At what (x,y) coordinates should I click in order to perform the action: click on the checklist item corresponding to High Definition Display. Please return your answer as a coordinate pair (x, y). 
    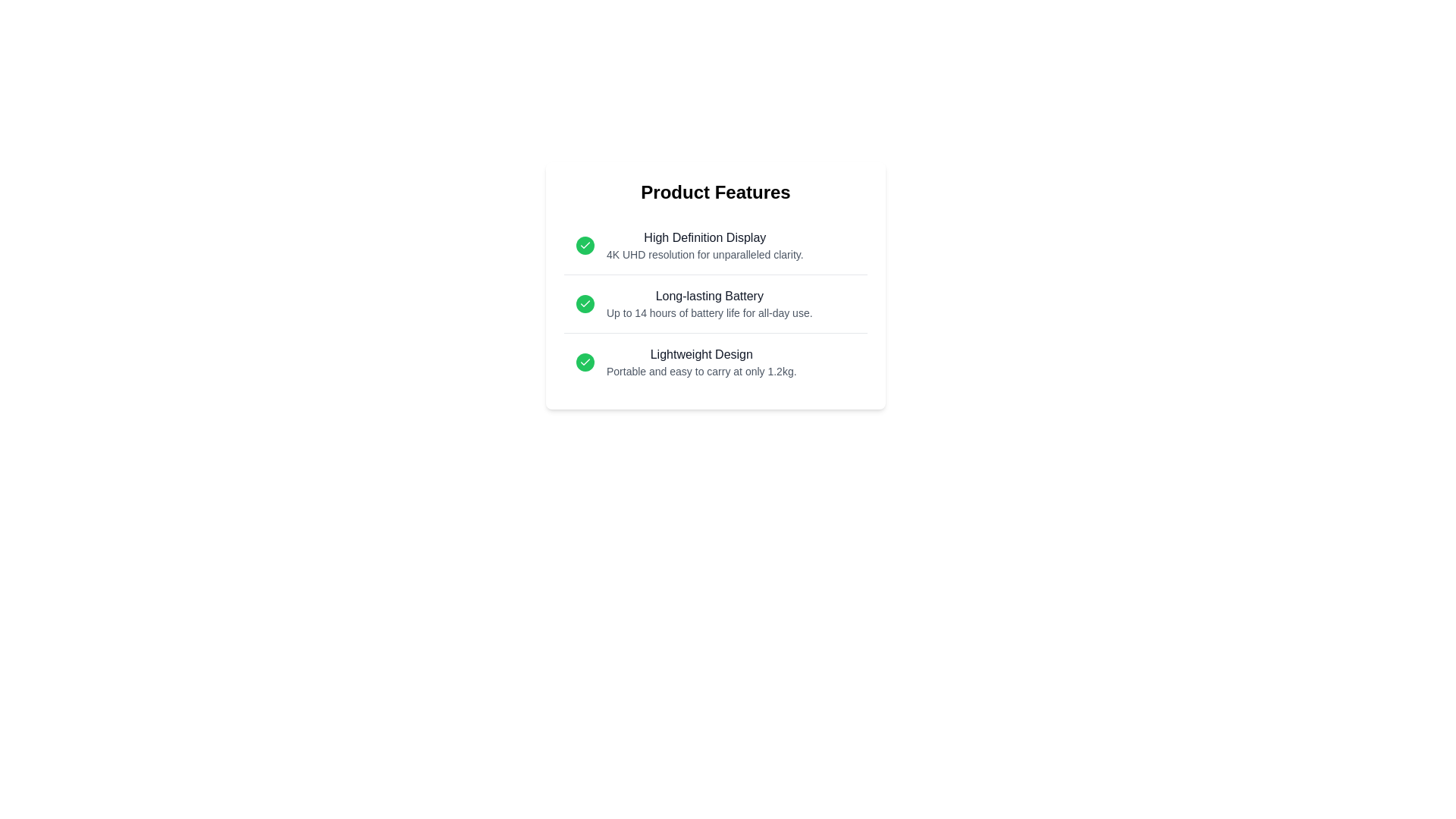
    Looking at the image, I should click on (715, 245).